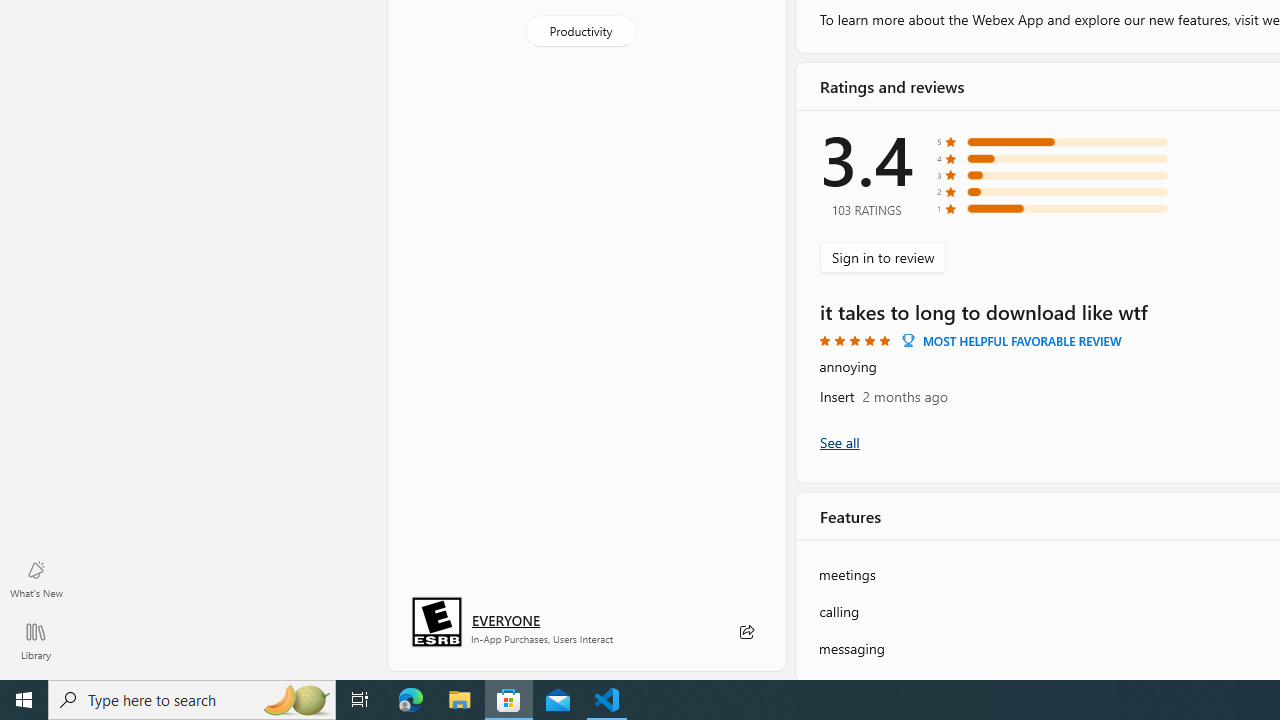 This screenshot has width=1280, height=720. What do you see at coordinates (882, 256) in the screenshot?
I see `'Sign in to review'` at bounding box center [882, 256].